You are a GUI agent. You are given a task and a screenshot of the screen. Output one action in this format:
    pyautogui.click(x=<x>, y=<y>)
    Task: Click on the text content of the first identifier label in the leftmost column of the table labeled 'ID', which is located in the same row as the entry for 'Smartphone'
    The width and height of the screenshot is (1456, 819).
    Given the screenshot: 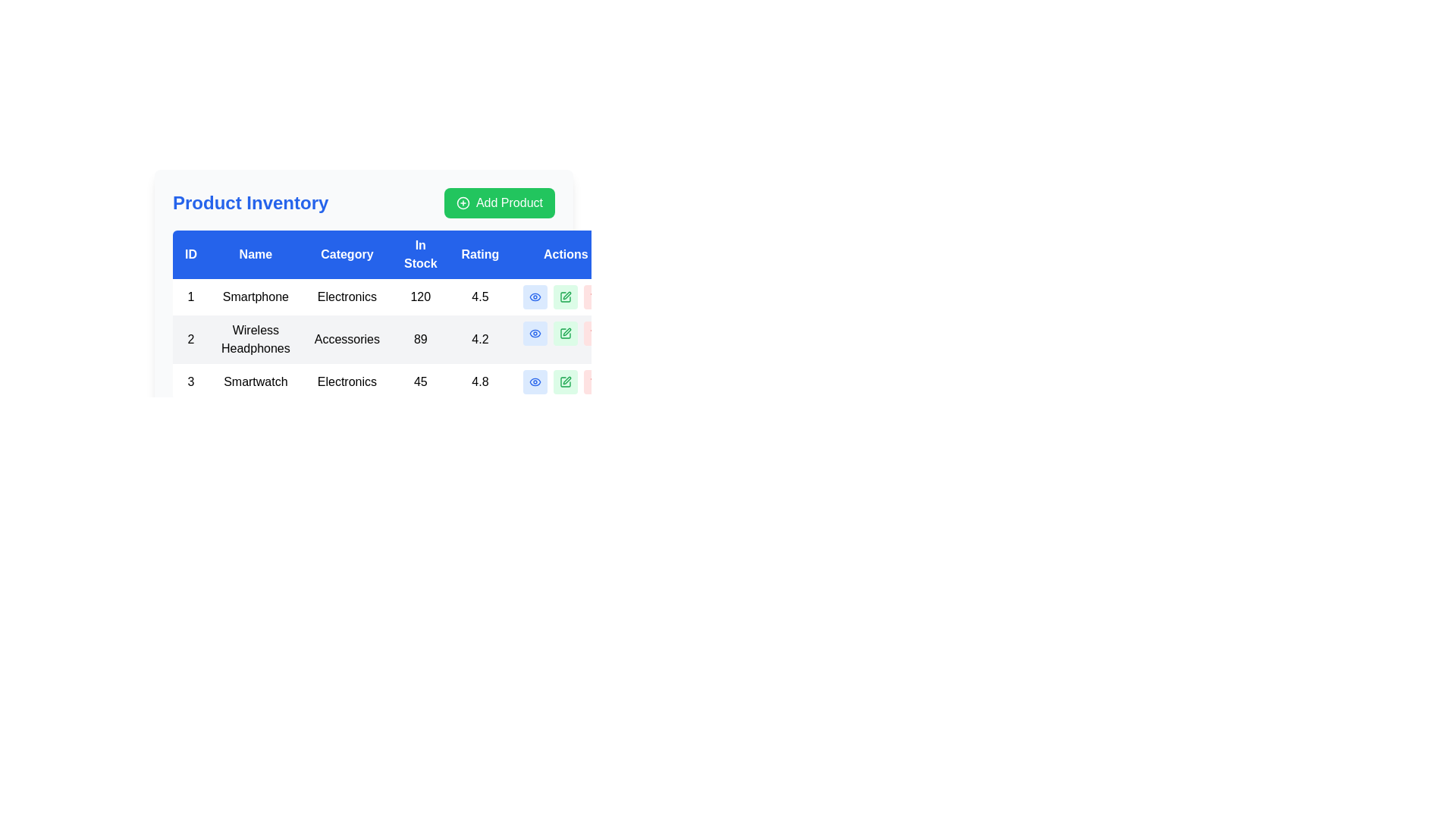 What is the action you would take?
    pyautogui.click(x=190, y=297)
    